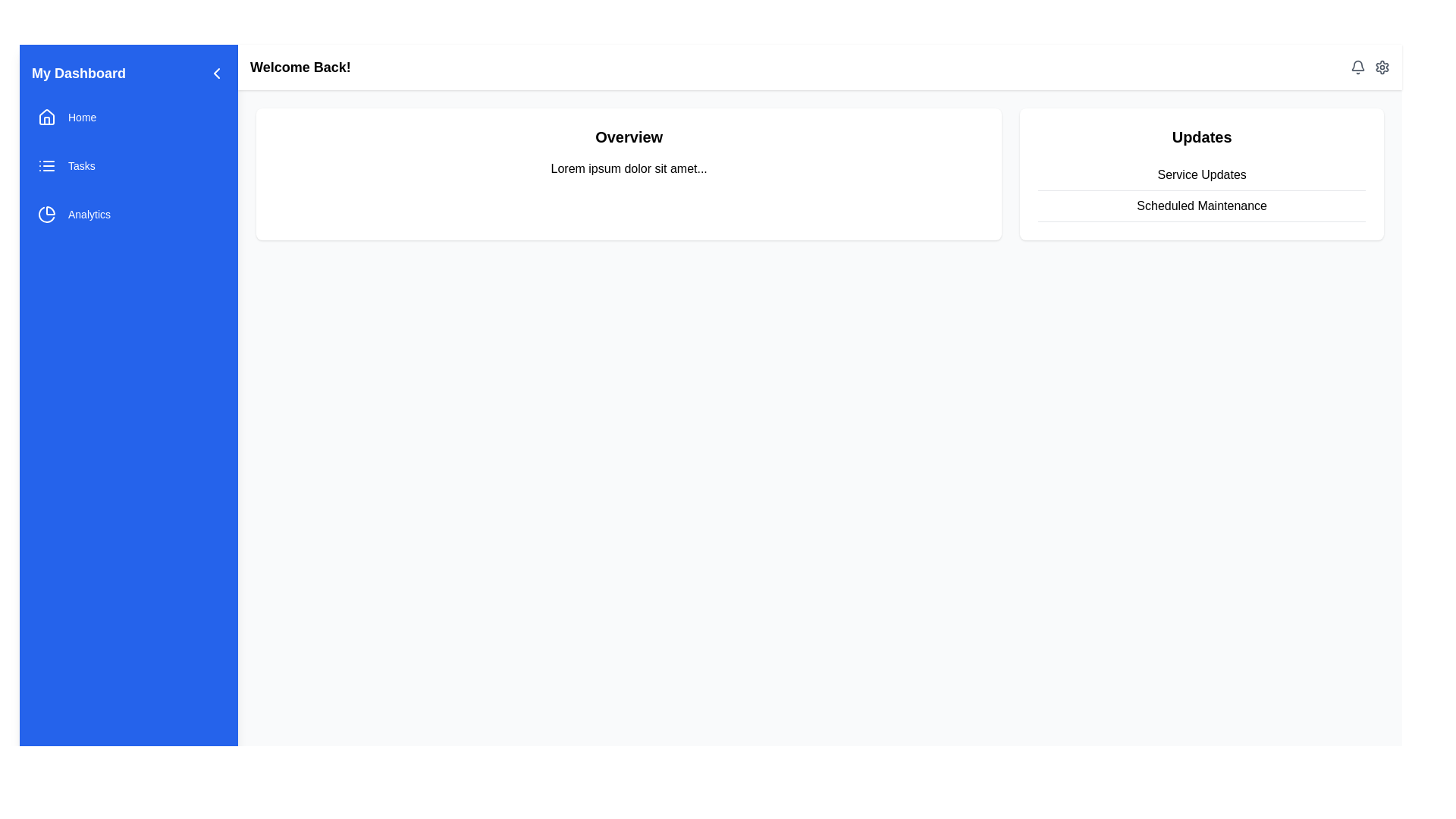 This screenshot has width=1456, height=819. Describe the element at coordinates (46, 215) in the screenshot. I see `the pie chart icon located in the vertical navigation menu, positioned between the 'Tasks' menu item and the 'Analytics' label` at that location.